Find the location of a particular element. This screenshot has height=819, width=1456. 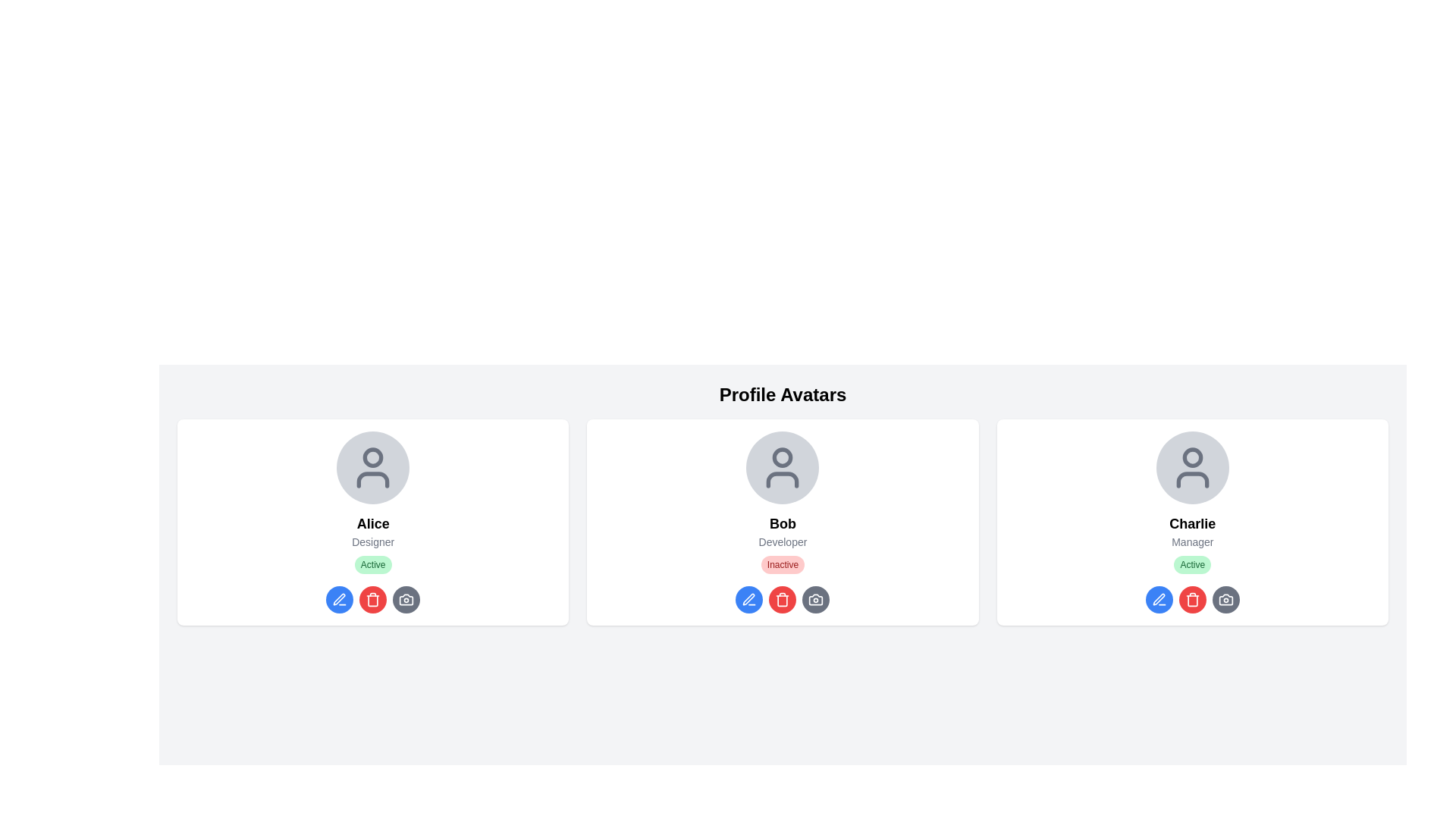

the Profile avatar badge located in the middle of the central profile card, above the name 'Bob' and under the label 'Profile Avatars' is located at coordinates (783, 467).